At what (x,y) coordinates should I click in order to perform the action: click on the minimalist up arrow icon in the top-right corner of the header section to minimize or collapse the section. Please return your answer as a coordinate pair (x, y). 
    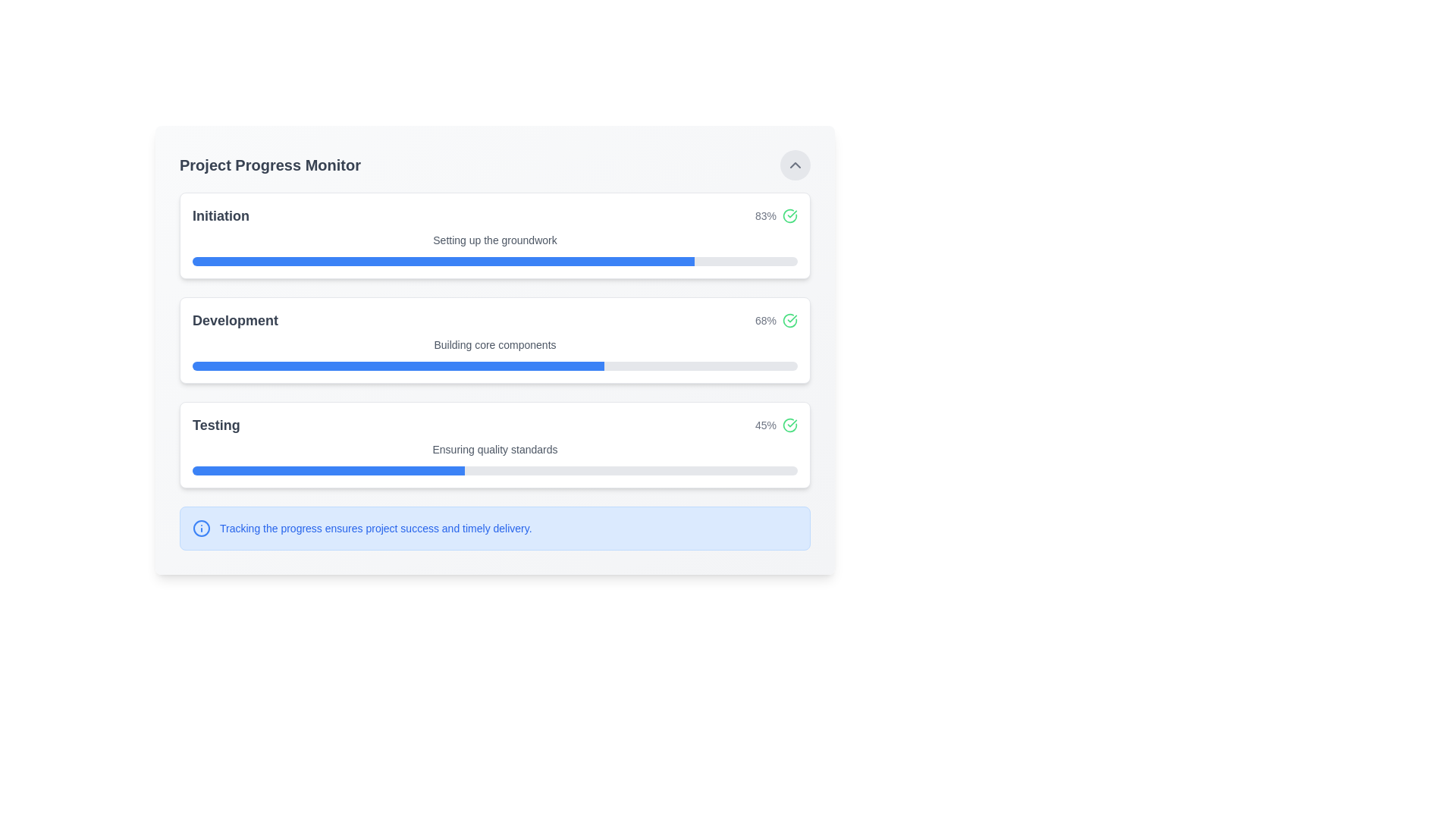
    Looking at the image, I should click on (795, 165).